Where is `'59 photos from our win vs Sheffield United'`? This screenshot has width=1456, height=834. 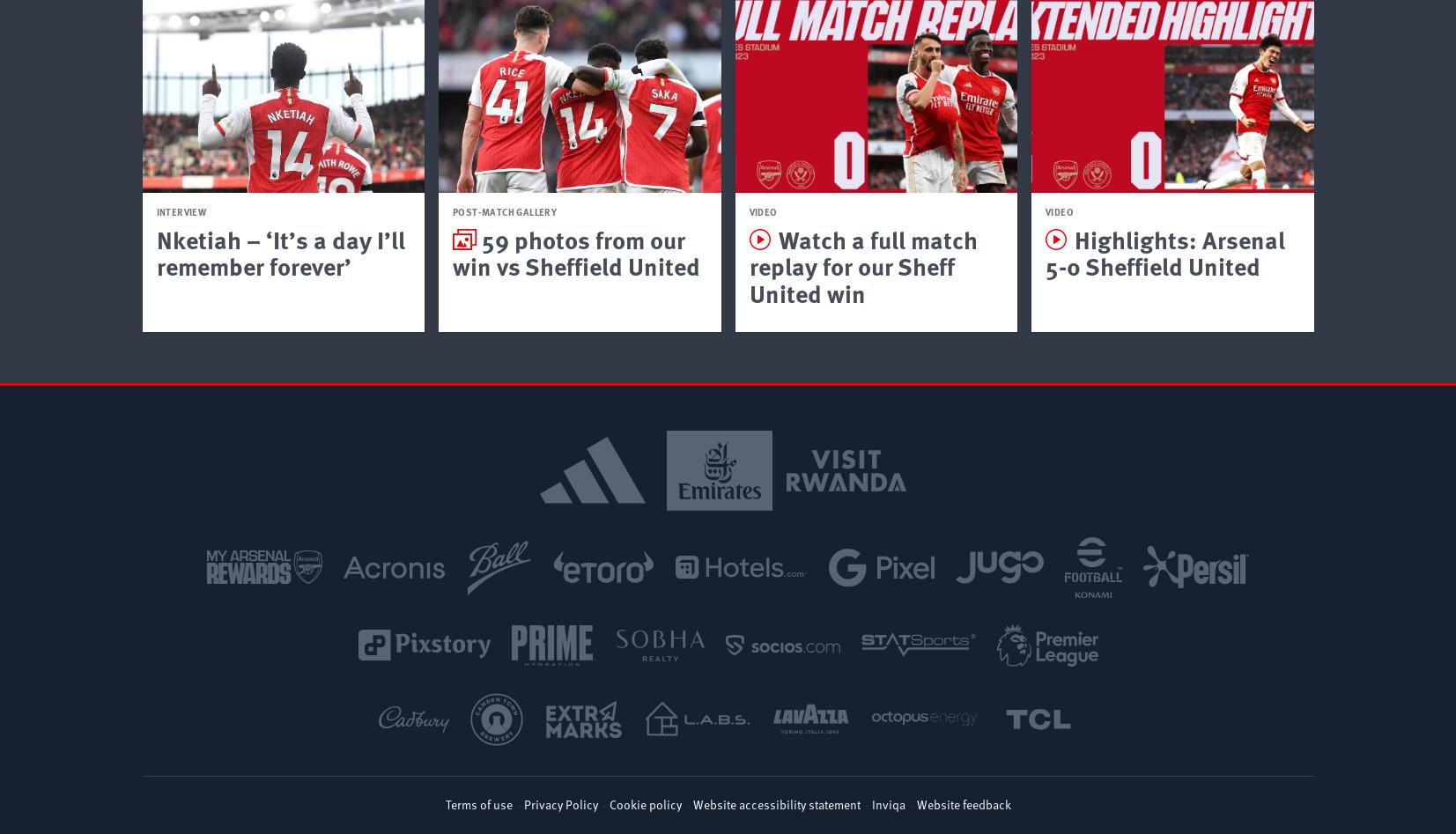 '59 photos from our win vs Sheffield United' is located at coordinates (451, 251).